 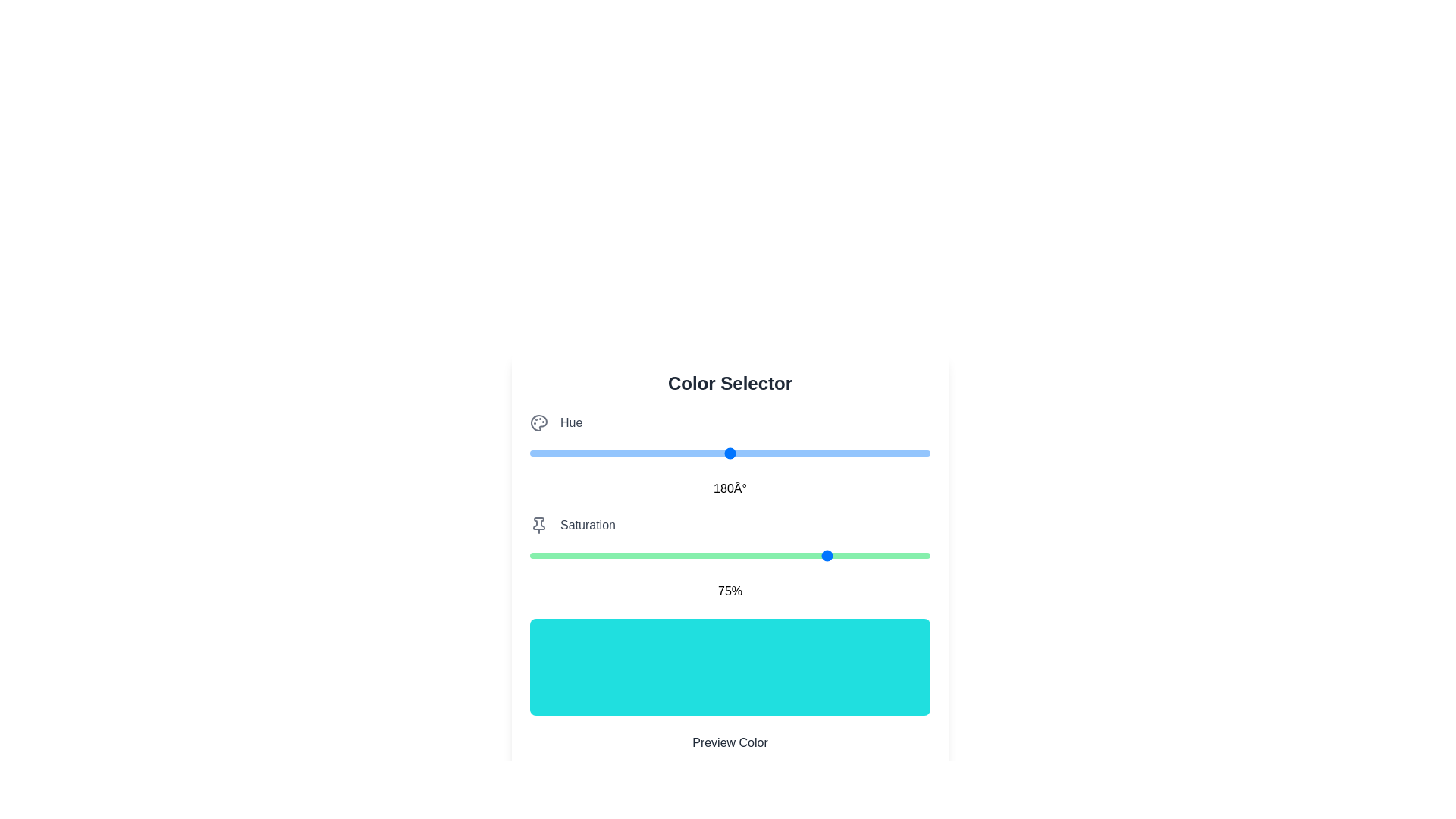 What do you see at coordinates (730, 666) in the screenshot?
I see `the display box that serves as a preview area for the currently selected color, located at the bottom of the color selector interface` at bounding box center [730, 666].